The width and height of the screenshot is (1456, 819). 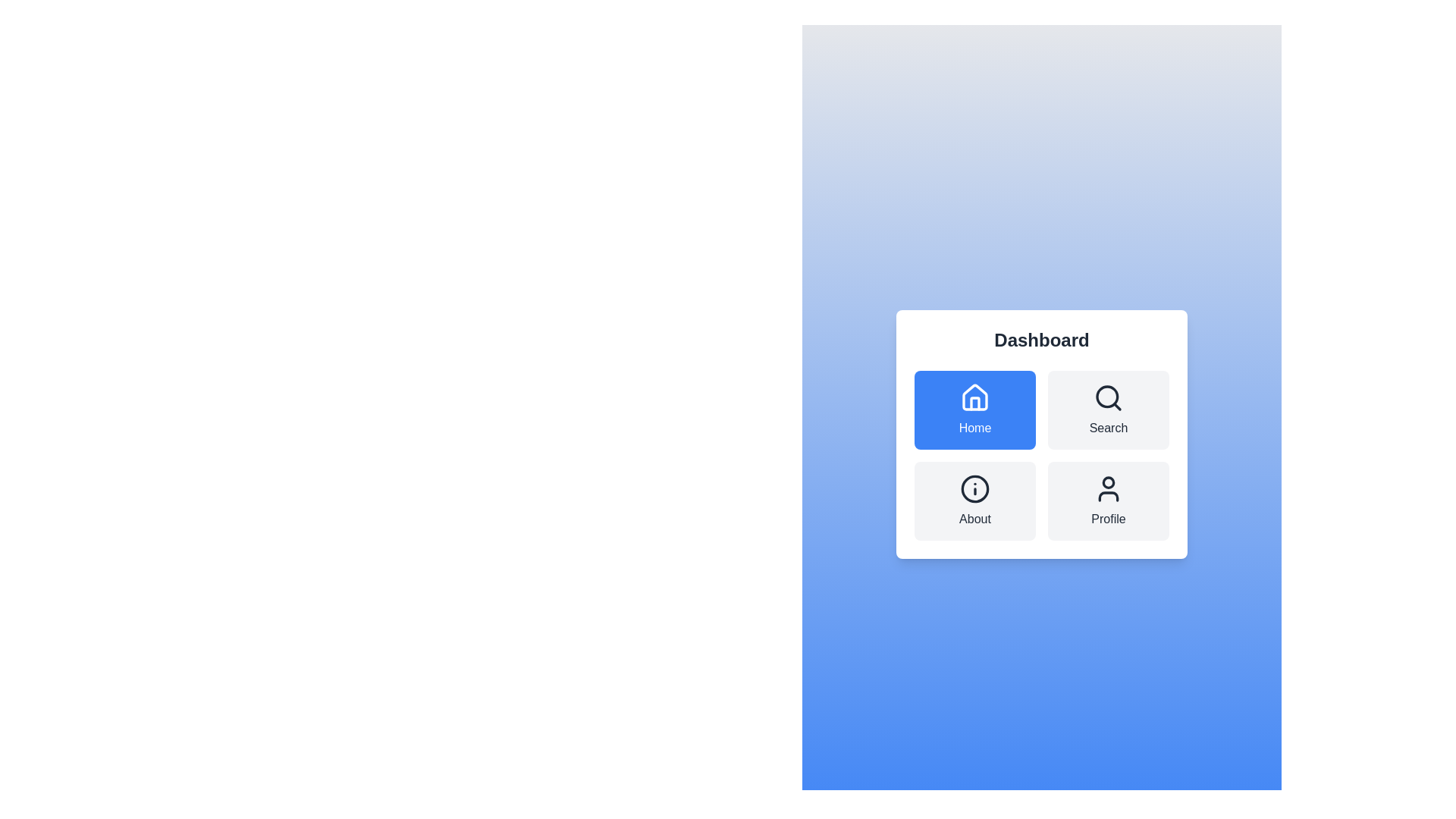 What do you see at coordinates (975, 488) in the screenshot?
I see `the information/help icon located in the 'About' section at the bottom-left quadrant of the main grid` at bounding box center [975, 488].